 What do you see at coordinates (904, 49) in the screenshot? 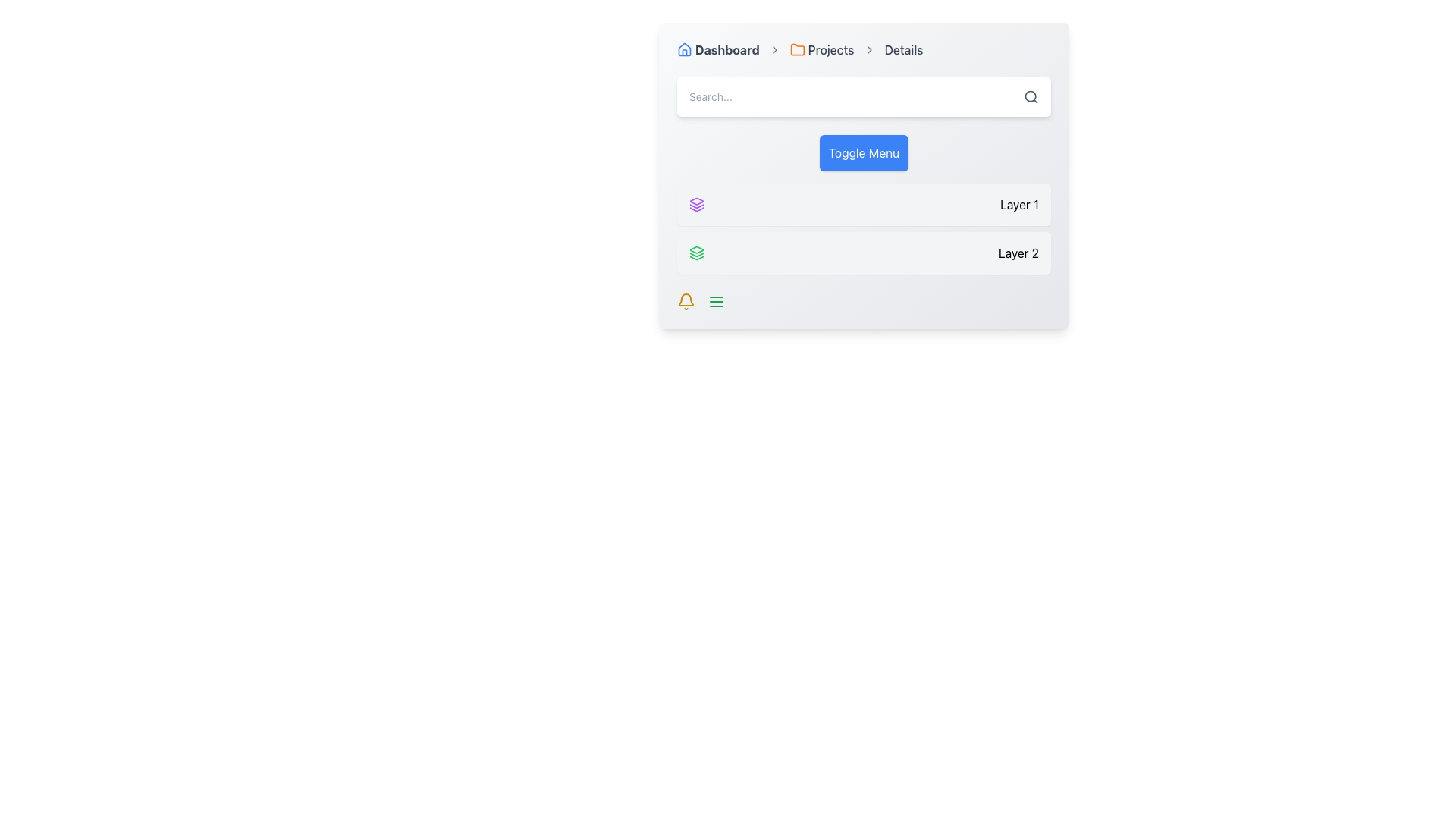
I see `the 'Details' text label located at the end of the breadcrumb navigation bar, which is displayed in dark gray color and standard sans-serif font` at bounding box center [904, 49].